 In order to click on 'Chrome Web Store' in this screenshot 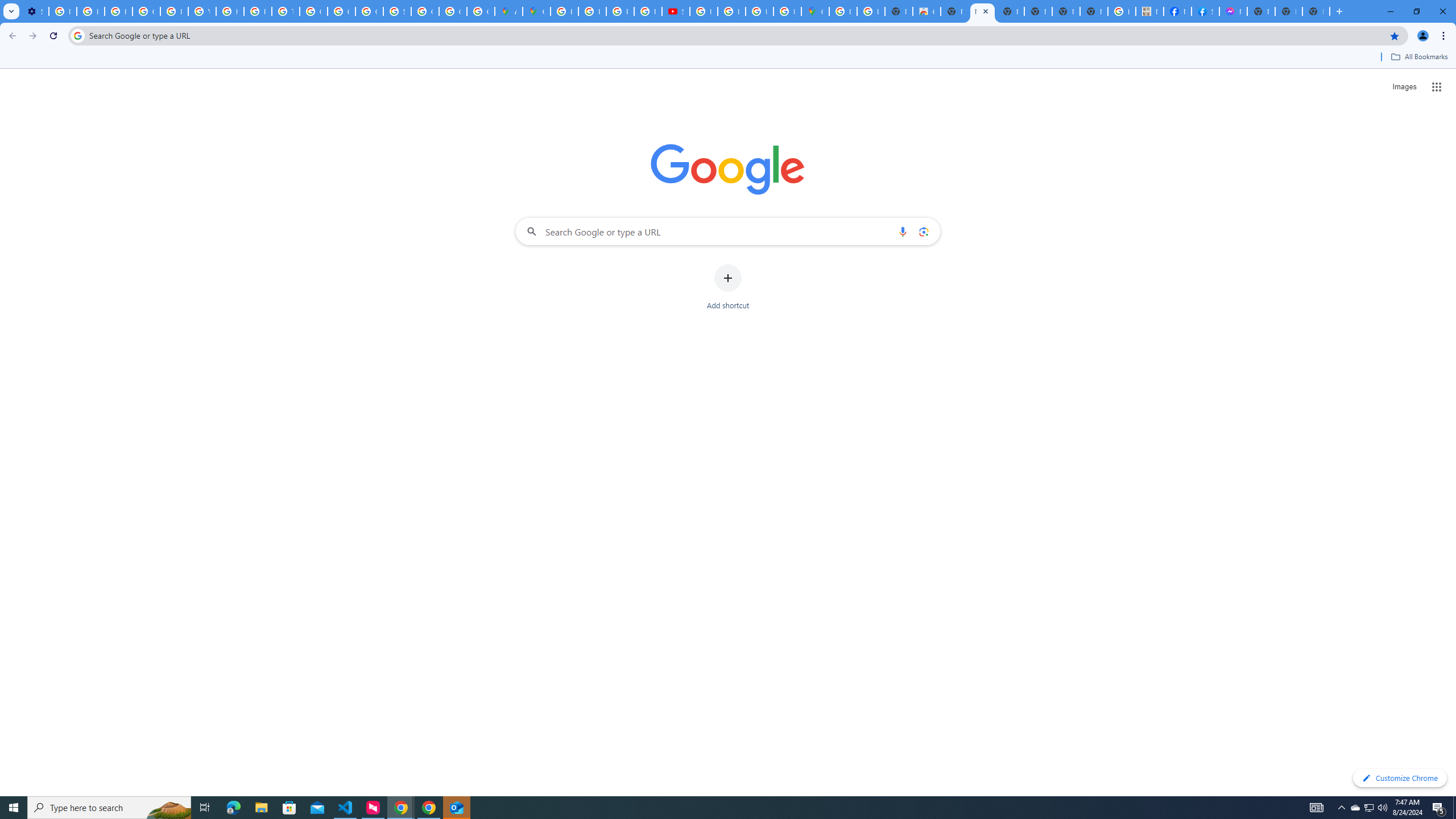, I will do `click(926, 11)`.